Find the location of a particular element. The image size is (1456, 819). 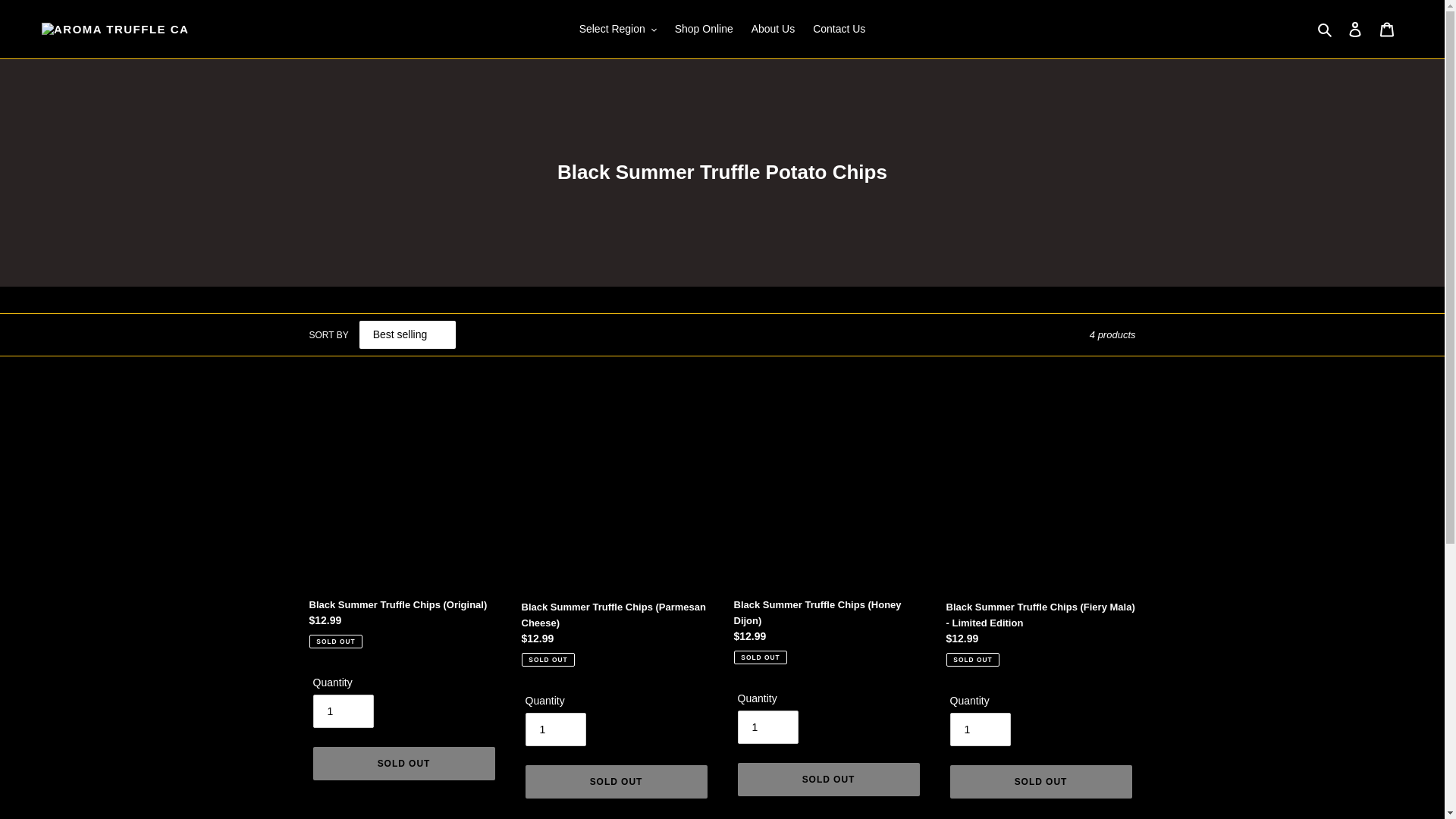

'Select Region' is located at coordinates (618, 29).